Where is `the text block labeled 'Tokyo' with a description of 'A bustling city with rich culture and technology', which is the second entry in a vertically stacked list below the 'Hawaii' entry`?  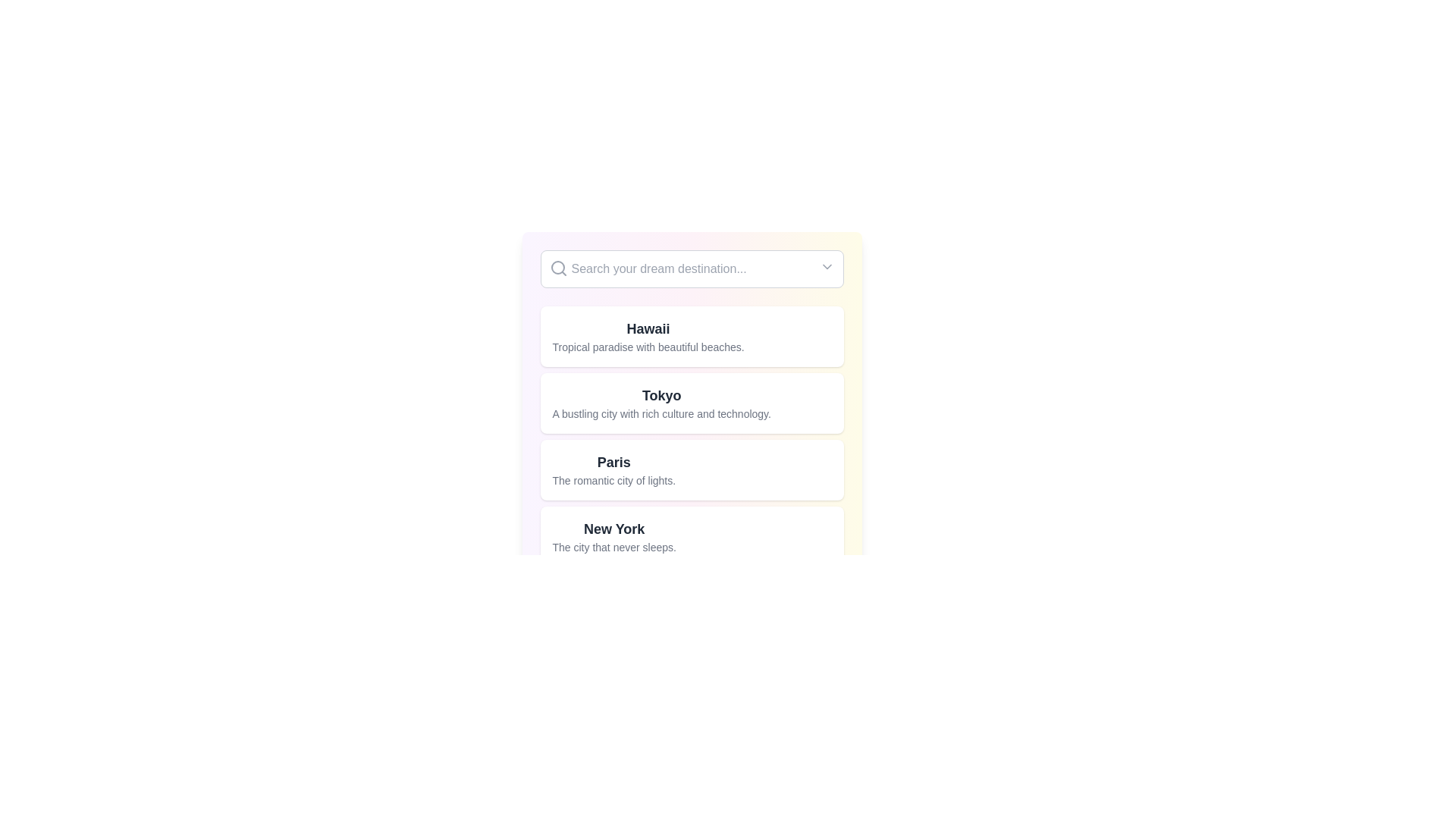 the text block labeled 'Tokyo' with a description of 'A bustling city with rich culture and technology', which is the second entry in a vertically stacked list below the 'Hawaii' entry is located at coordinates (661, 403).